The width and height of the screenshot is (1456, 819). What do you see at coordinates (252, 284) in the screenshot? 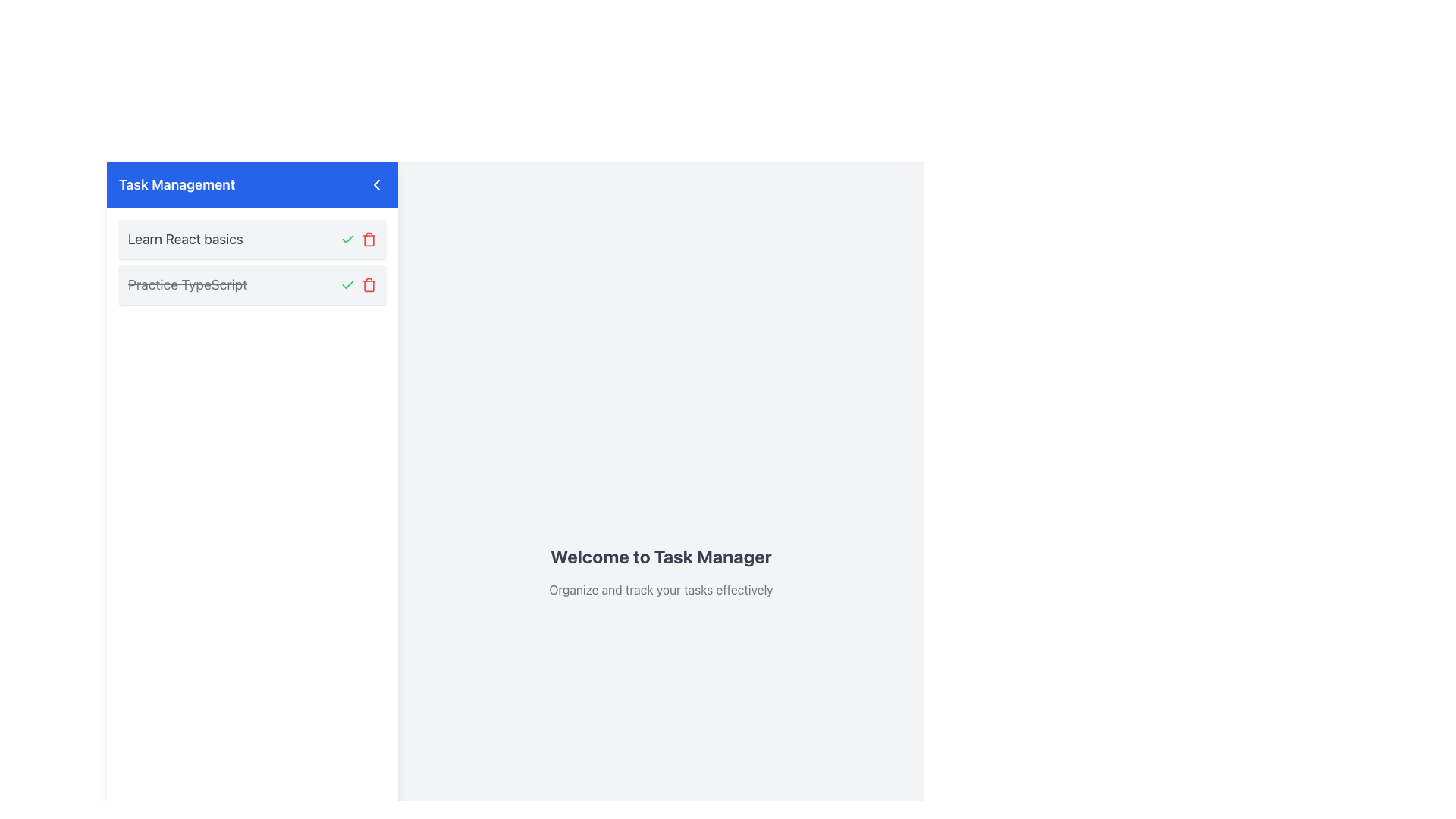
I see `the 'Practice TypeScript' task list item, which is marked as completed with a line-through effect` at bounding box center [252, 284].